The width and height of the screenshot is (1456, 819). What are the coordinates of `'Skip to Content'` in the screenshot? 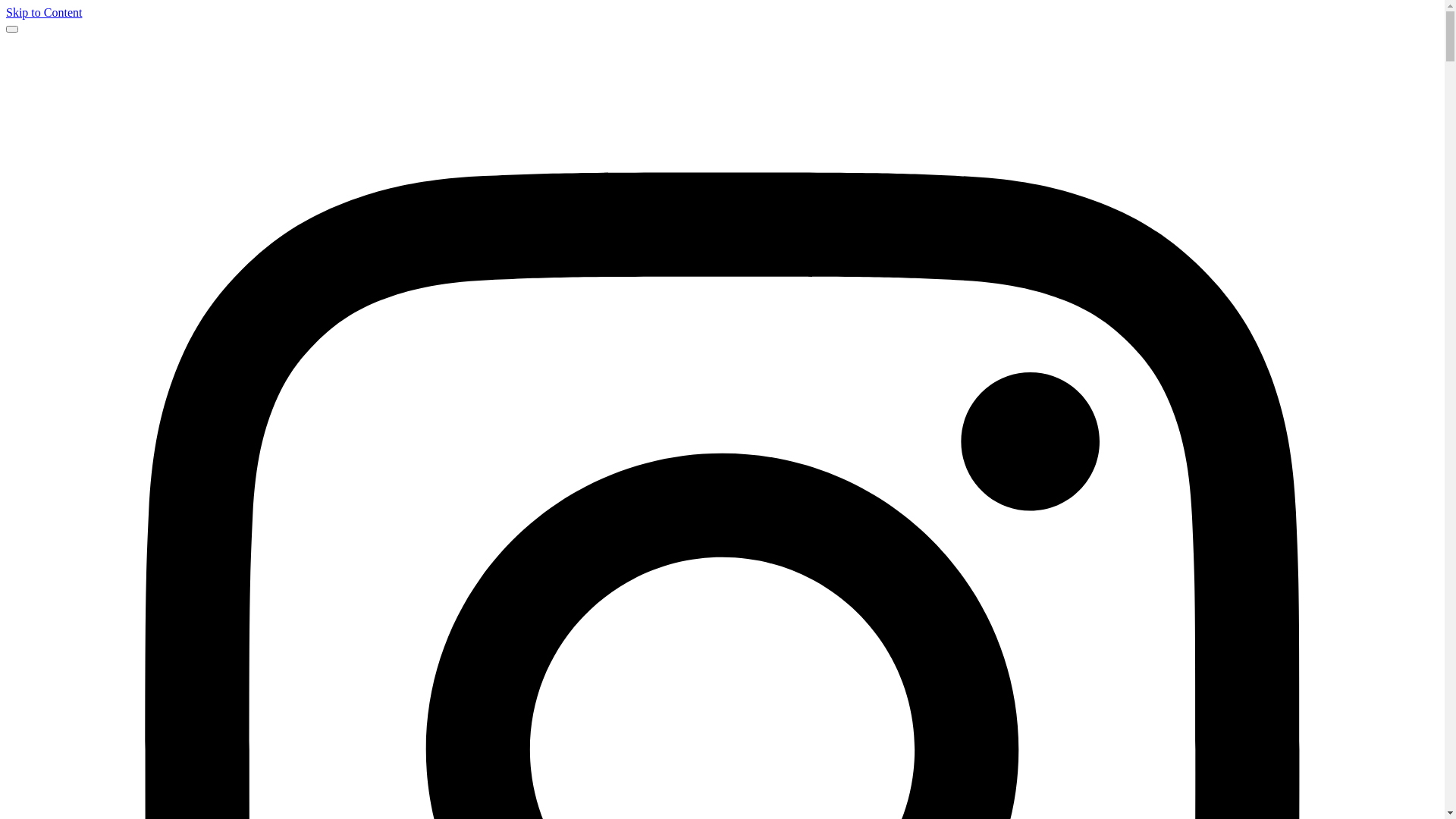 It's located at (43, 12).